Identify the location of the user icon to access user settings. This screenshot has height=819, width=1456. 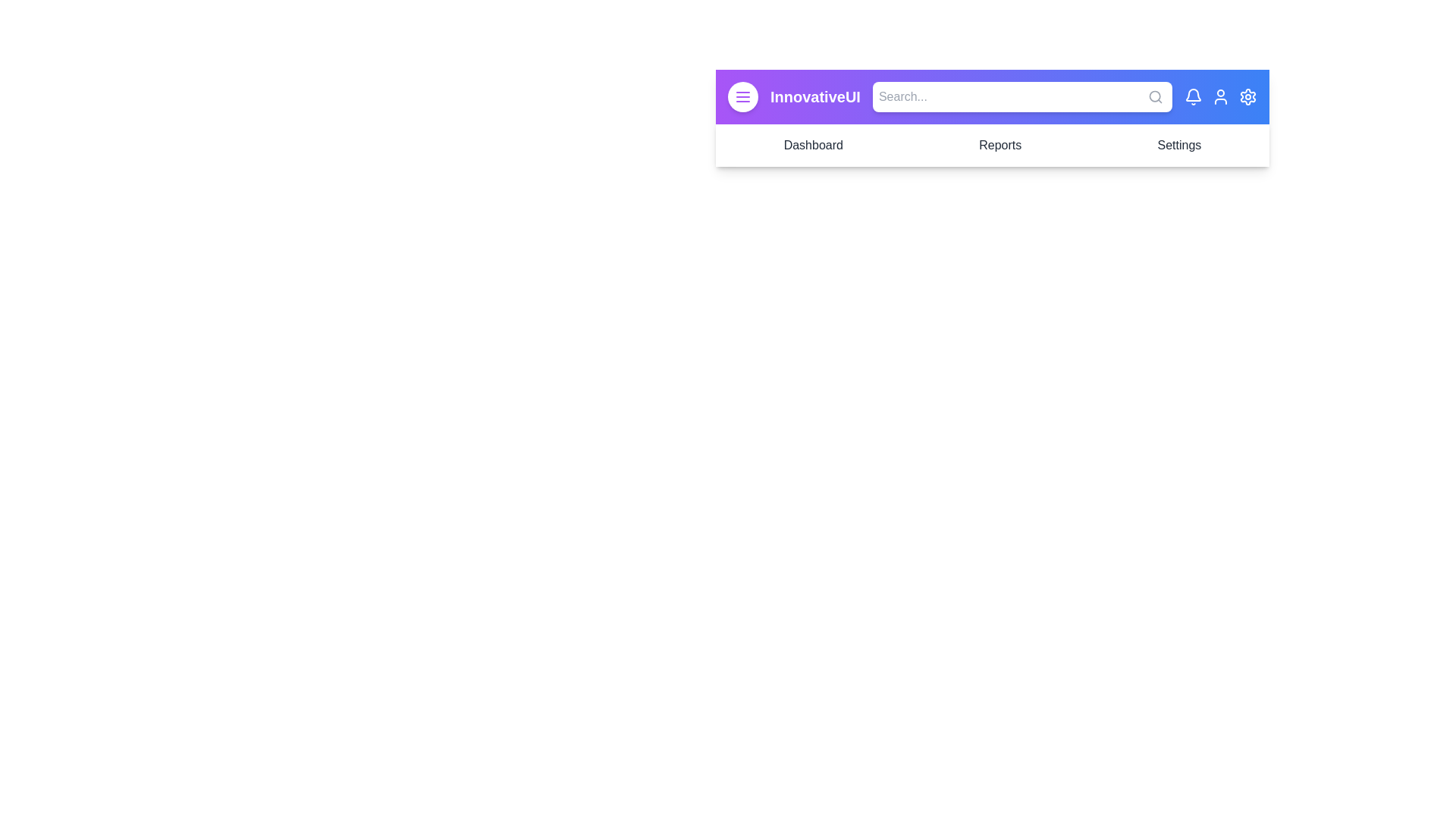
(1220, 96).